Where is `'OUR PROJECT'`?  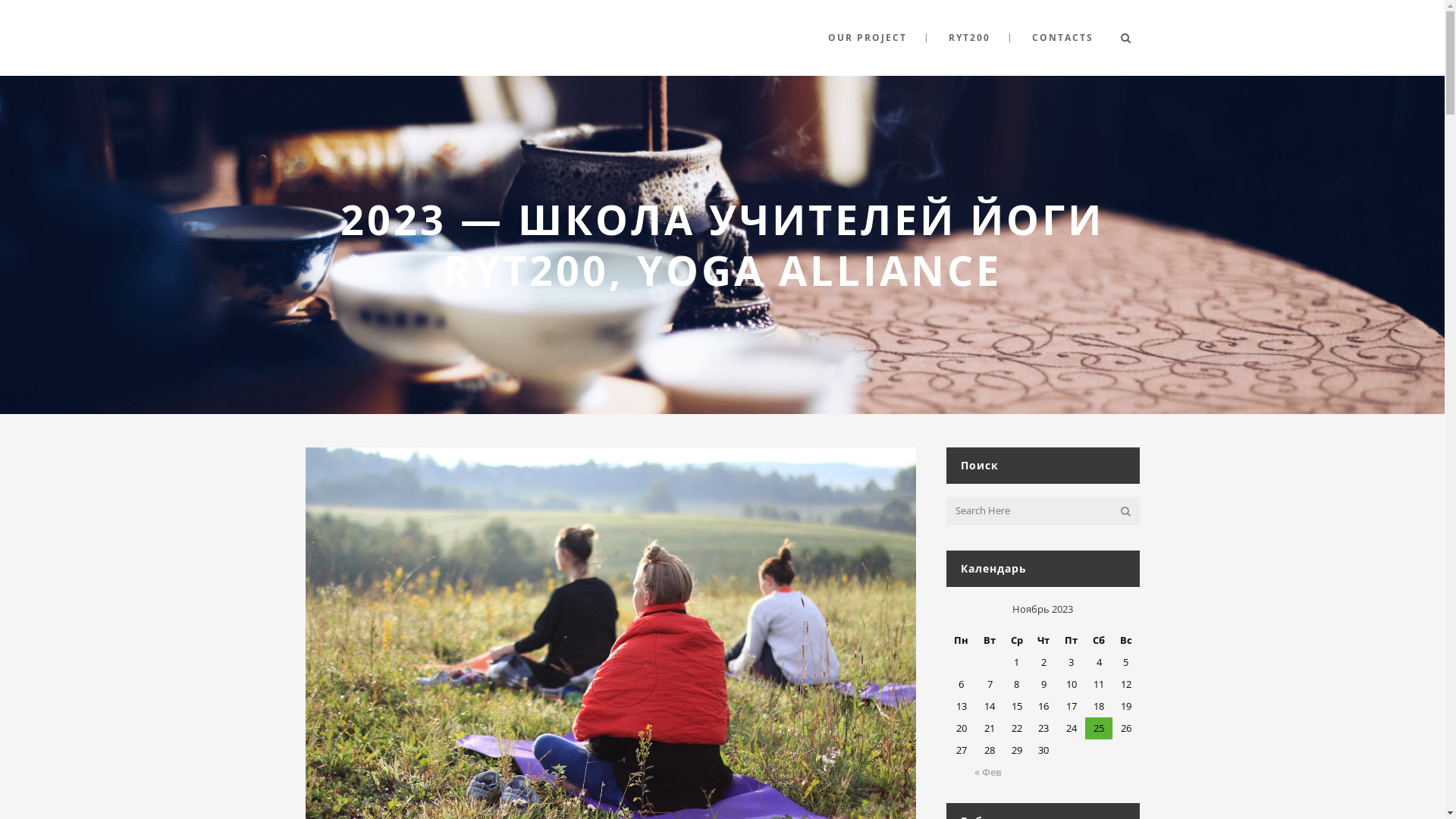 'OUR PROJECT' is located at coordinates (809, 37).